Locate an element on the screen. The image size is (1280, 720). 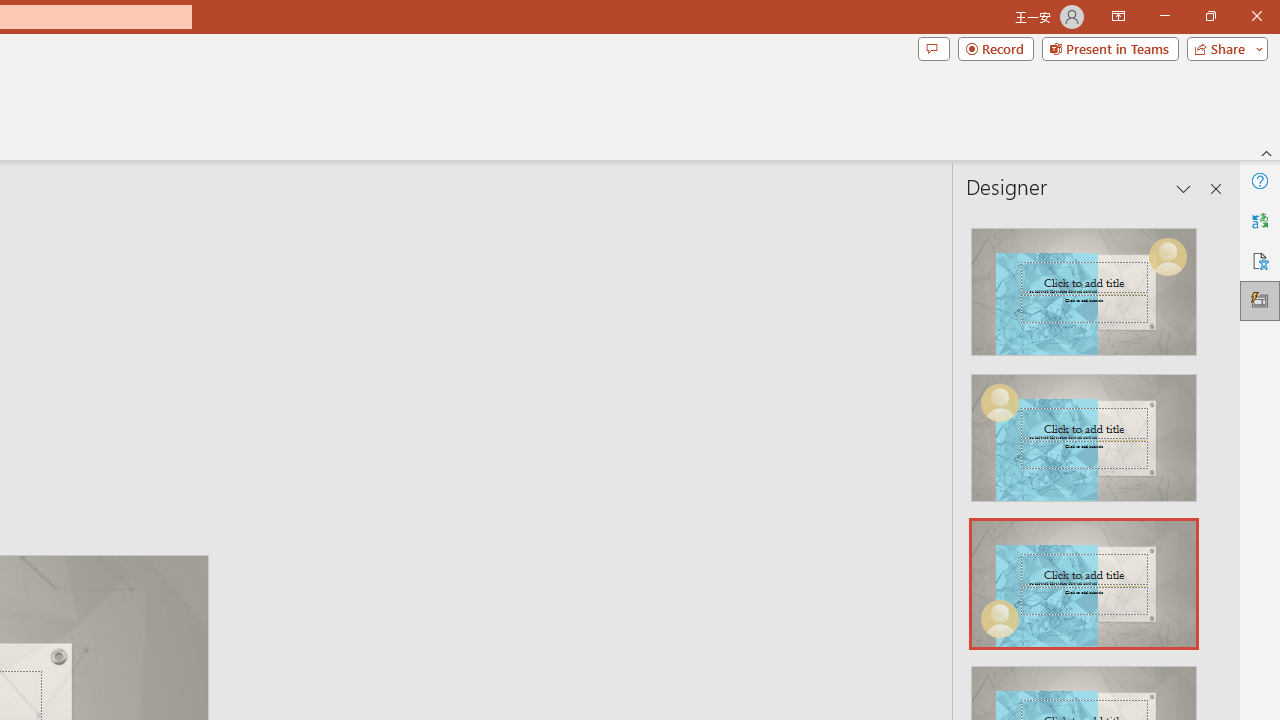
'Task Pane Options' is located at coordinates (1184, 189).